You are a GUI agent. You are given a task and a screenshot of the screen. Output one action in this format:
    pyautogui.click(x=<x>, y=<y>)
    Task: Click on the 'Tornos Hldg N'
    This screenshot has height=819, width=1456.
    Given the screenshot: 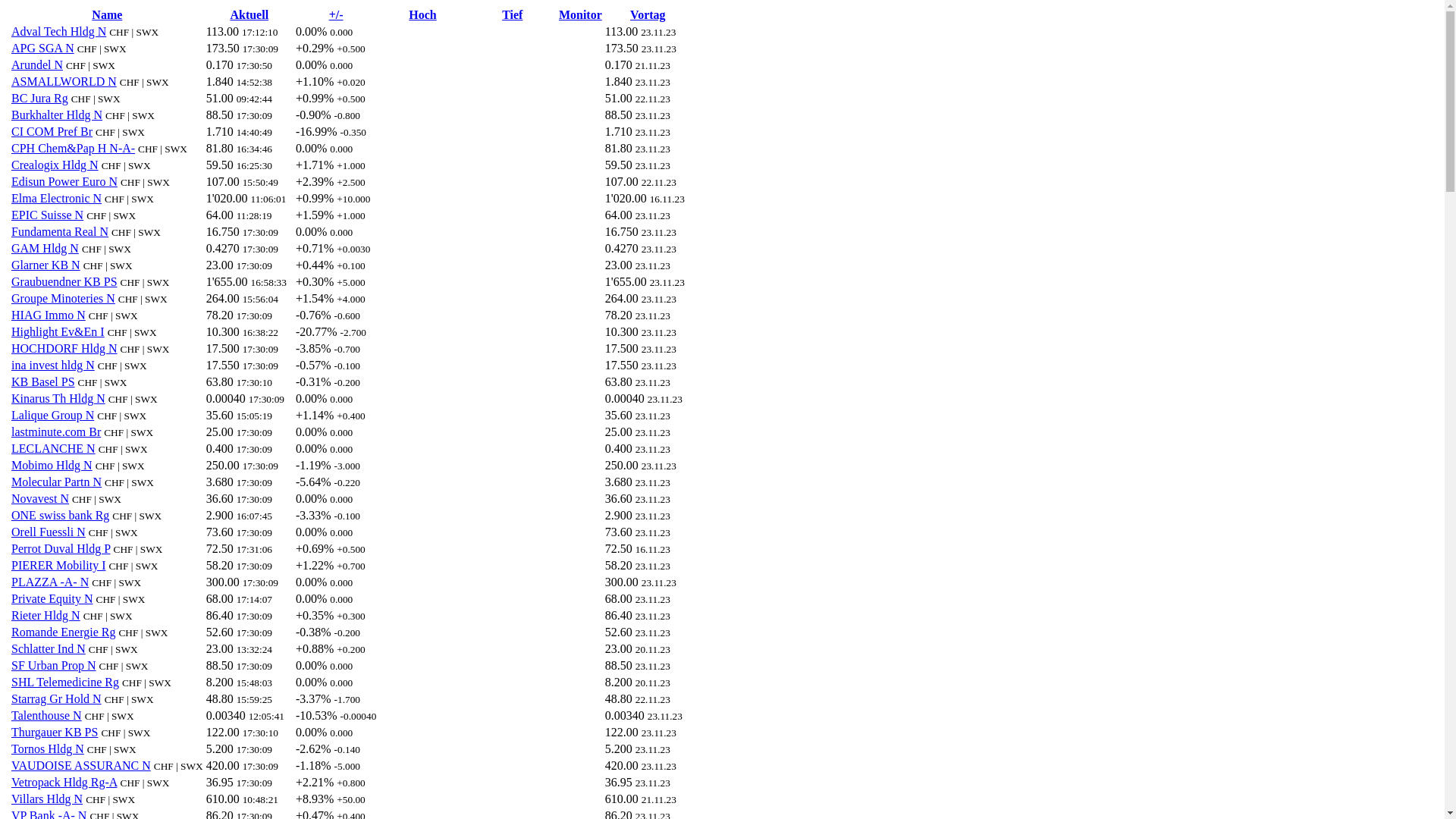 What is the action you would take?
    pyautogui.click(x=47, y=748)
    